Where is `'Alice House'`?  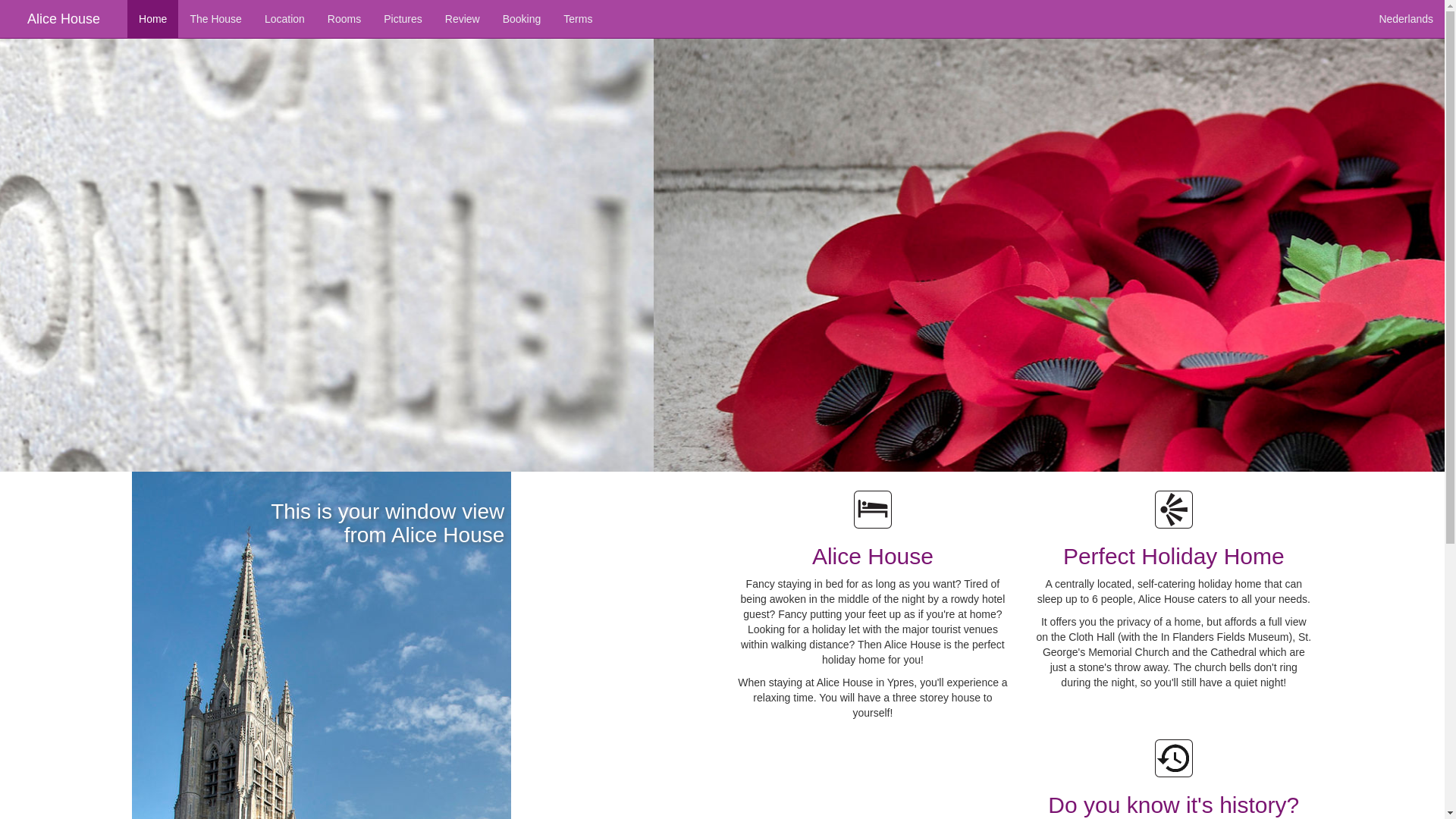 'Alice House' is located at coordinates (62, 18).